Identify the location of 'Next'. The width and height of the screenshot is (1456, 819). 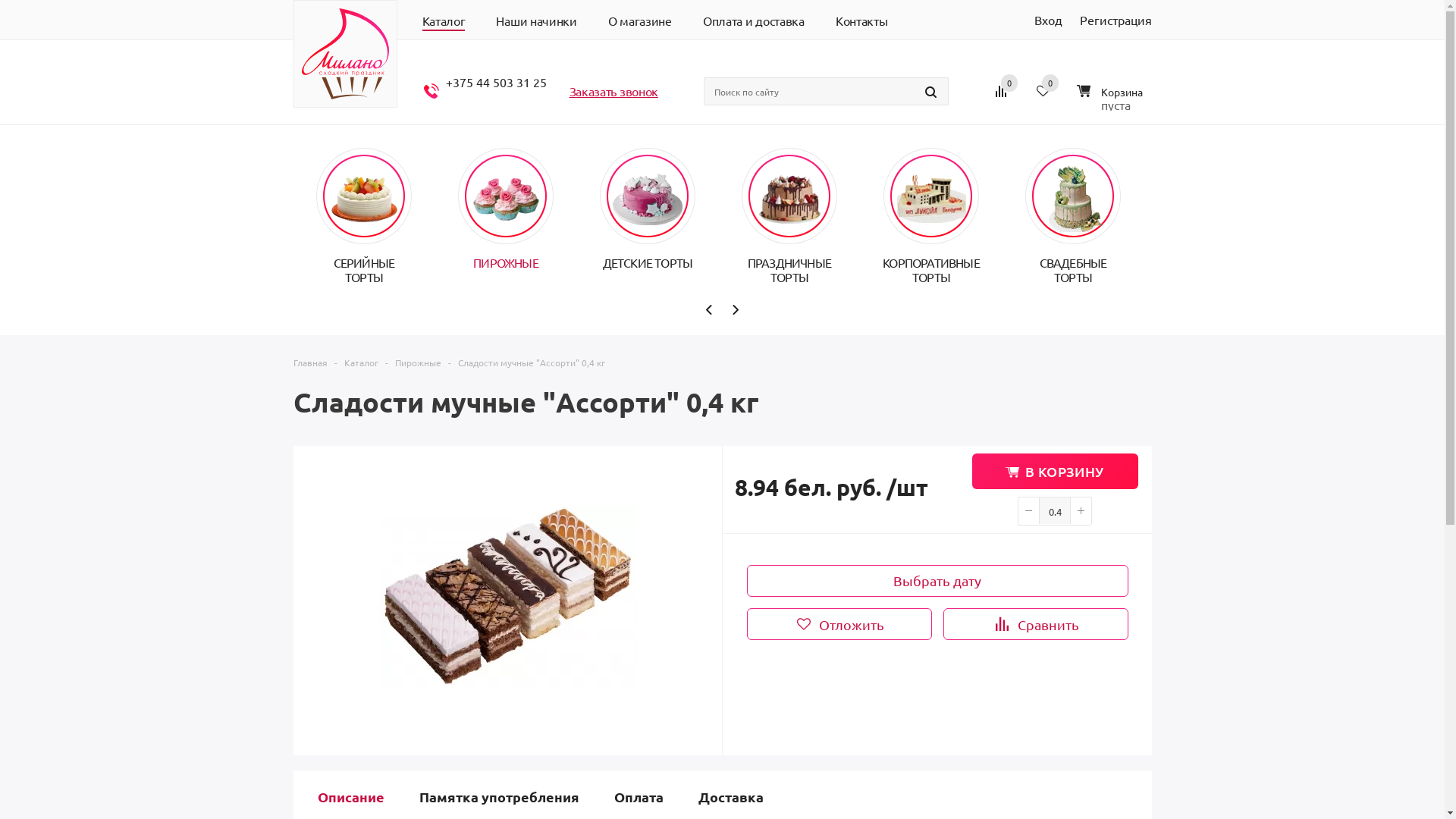
(735, 309).